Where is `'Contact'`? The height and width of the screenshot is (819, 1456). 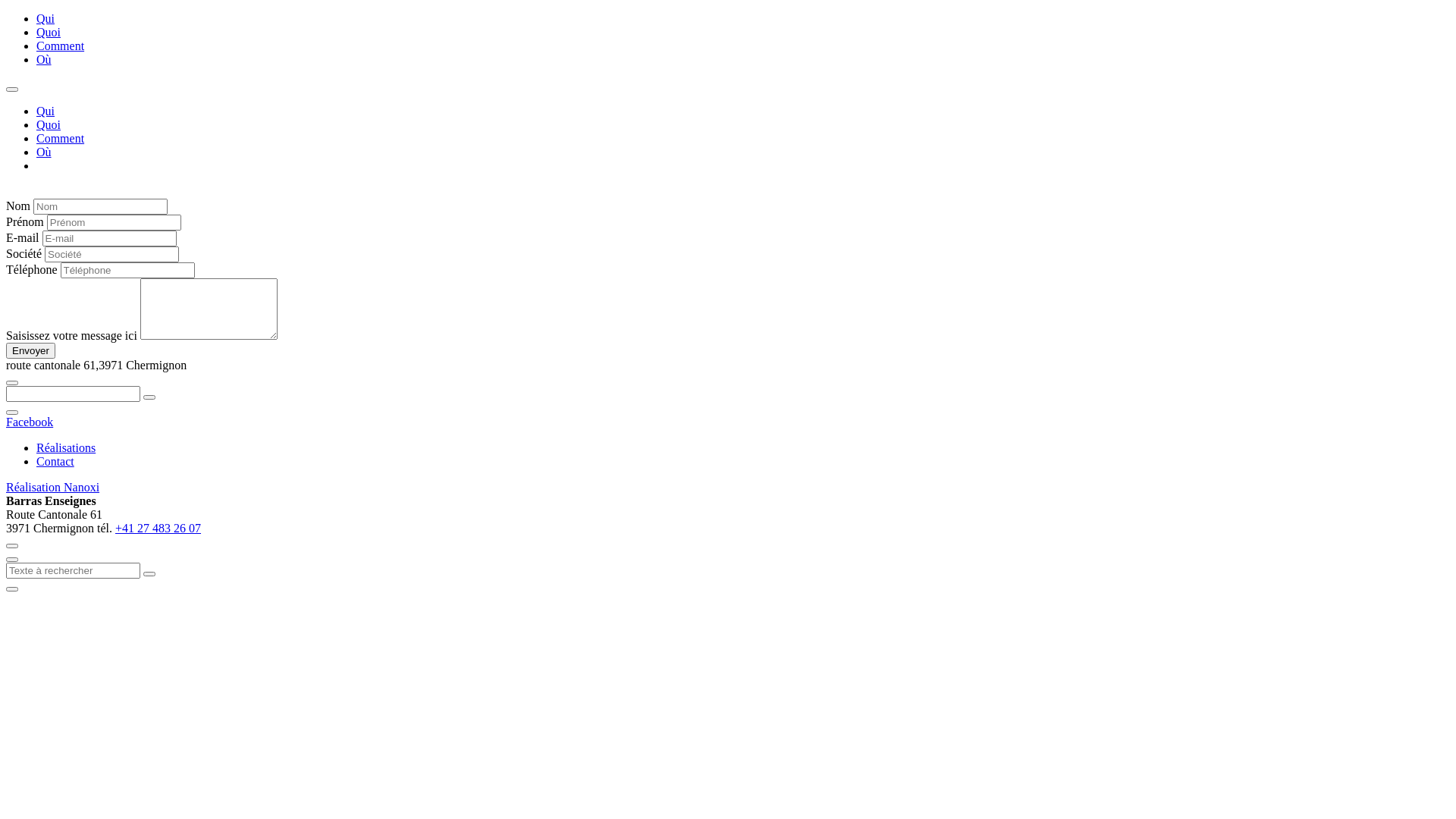
'Contact' is located at coordinates (55, 460).